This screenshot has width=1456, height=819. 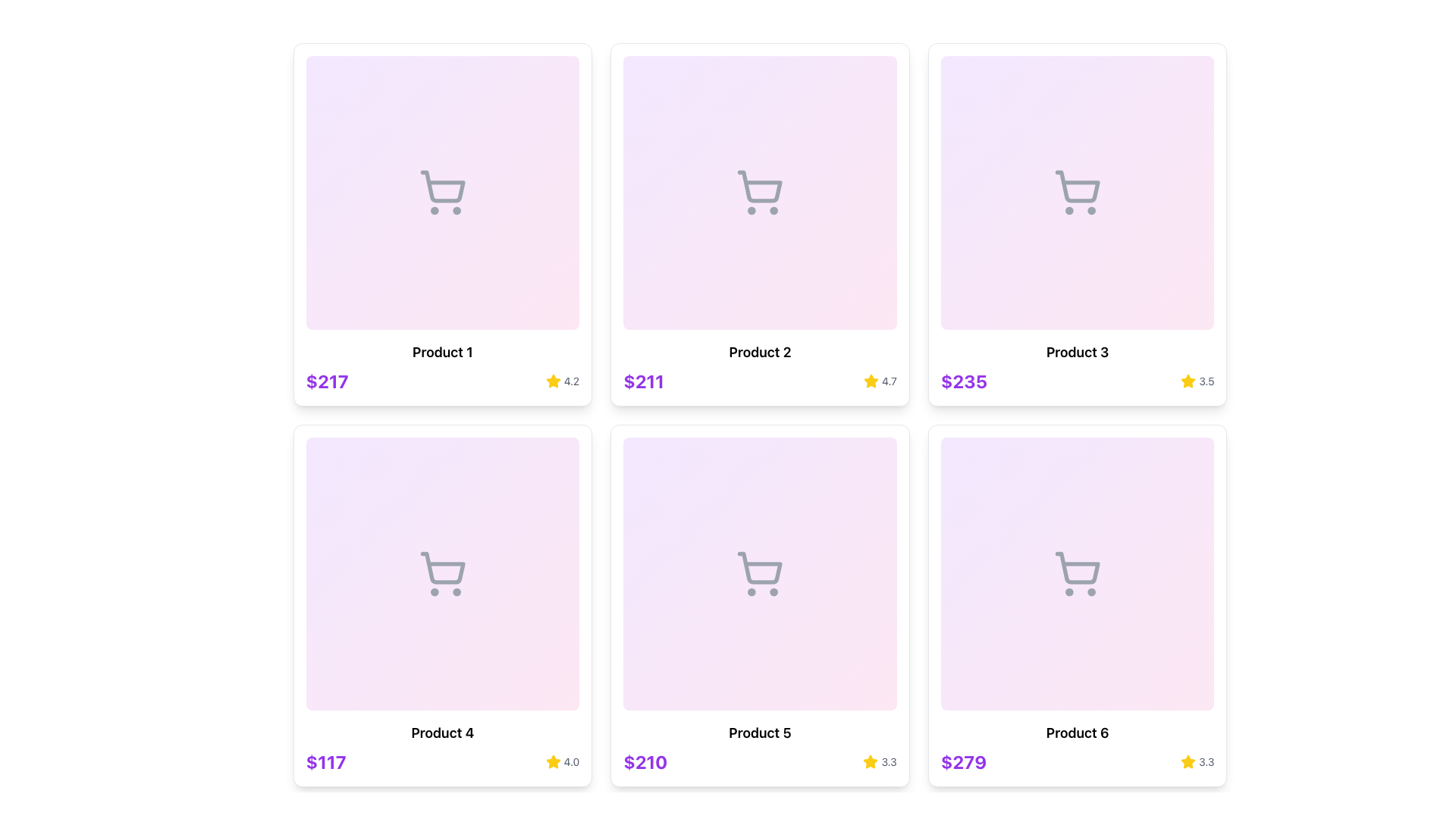 I want to click on the price text element located in the bottom-left section of the card titled 'Product 1', so click(x=326, y=380).